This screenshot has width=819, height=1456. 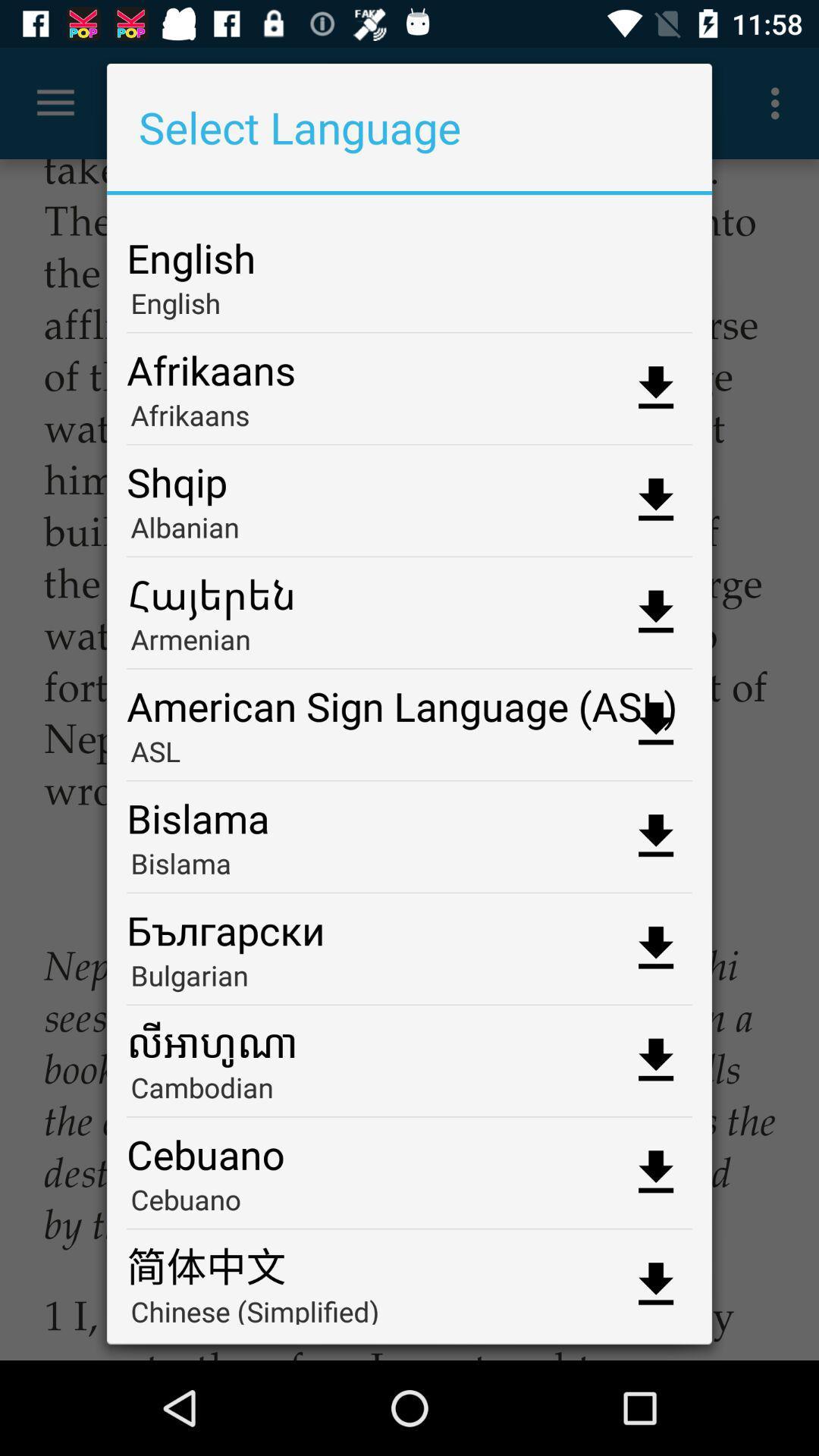 What do you see at coordinates (409, 644) in the screenshot?
I see `the armenian app` at bounding box center [409, 644].